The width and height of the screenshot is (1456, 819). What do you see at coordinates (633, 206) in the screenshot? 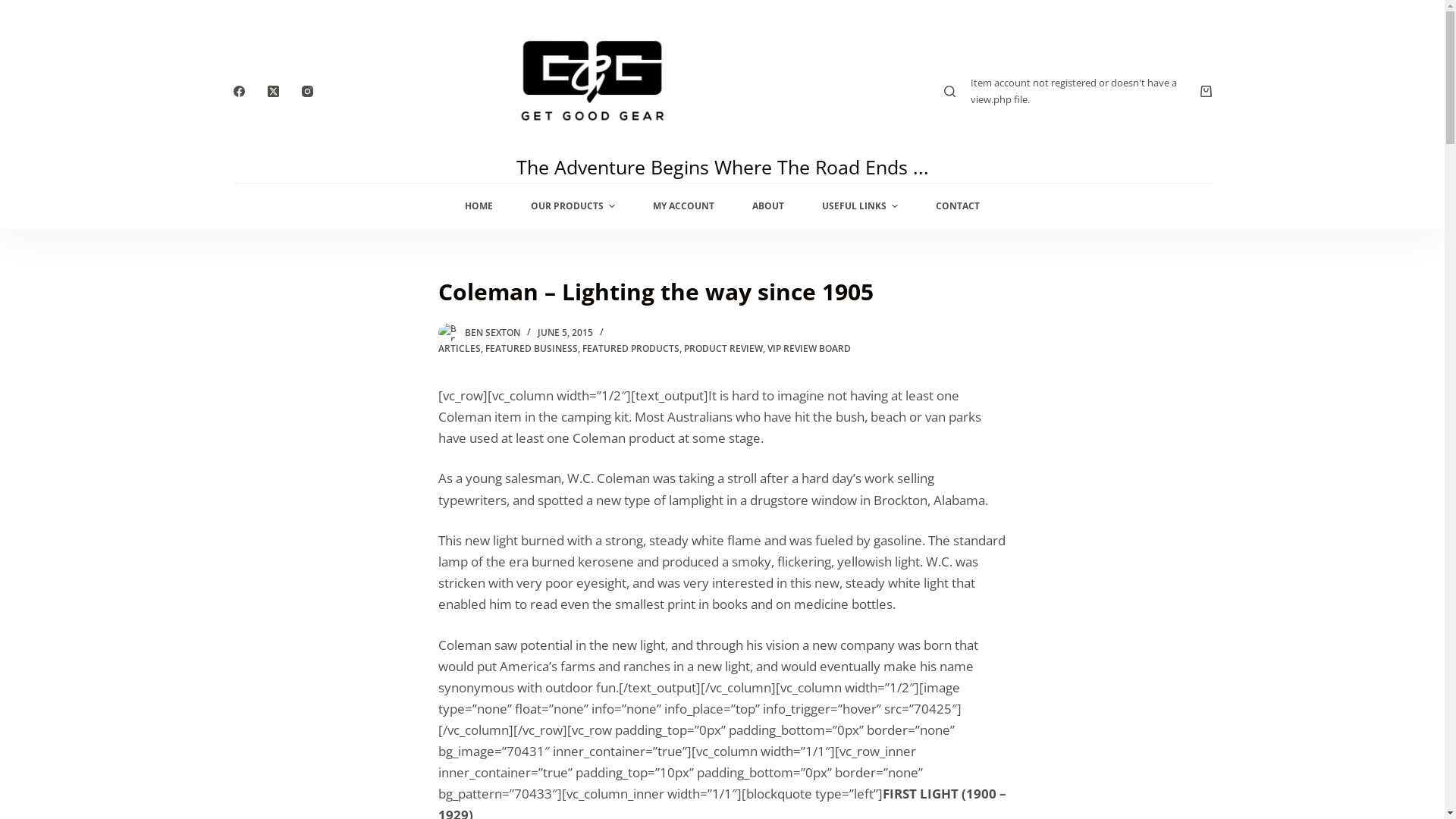
I see `'MY ACCOUNT'` at bounding box center [633, 206].